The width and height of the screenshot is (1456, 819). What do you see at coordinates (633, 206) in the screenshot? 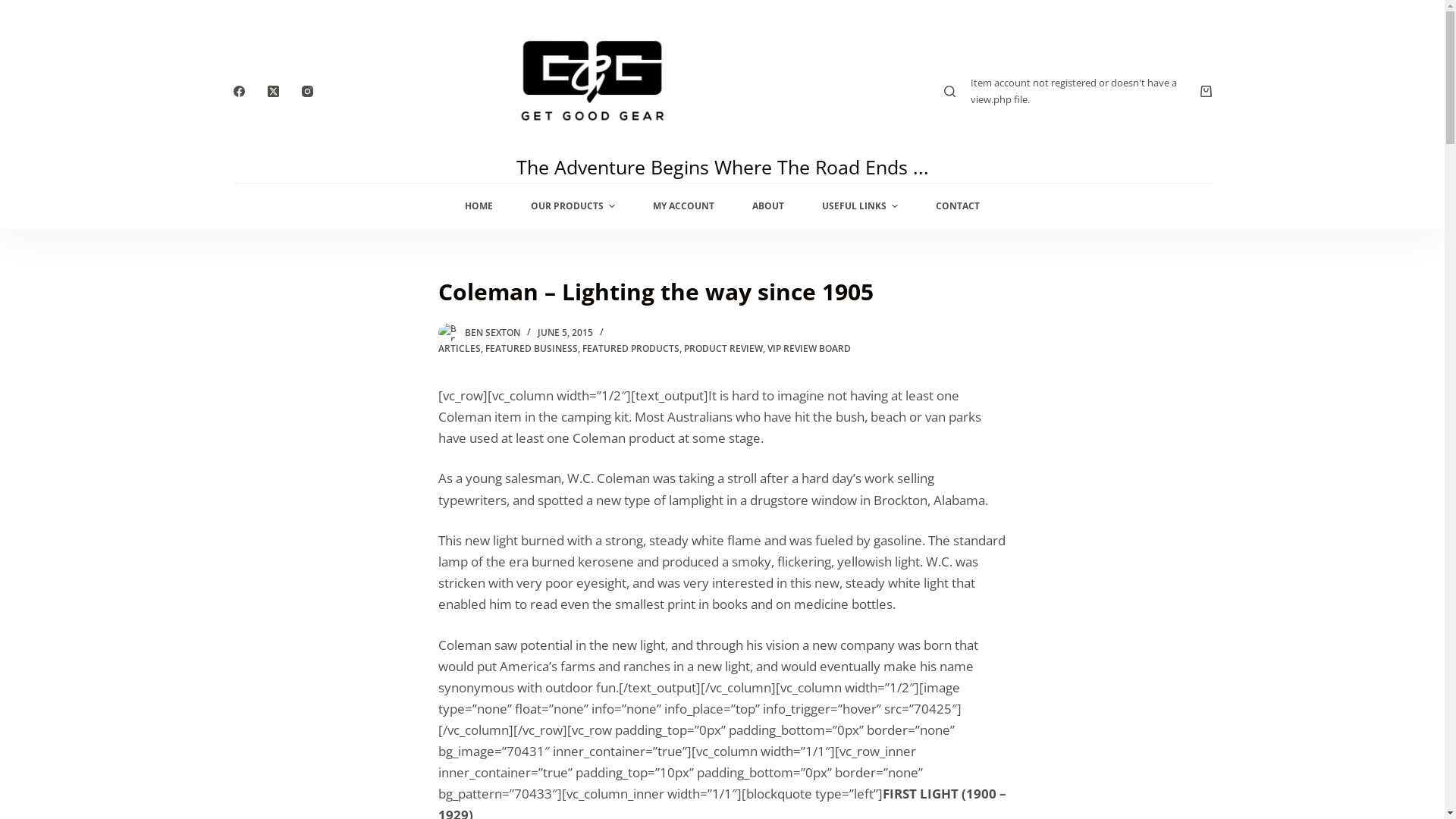
I see `'MY ACCOUNT'` at bounding box center [633, 206].